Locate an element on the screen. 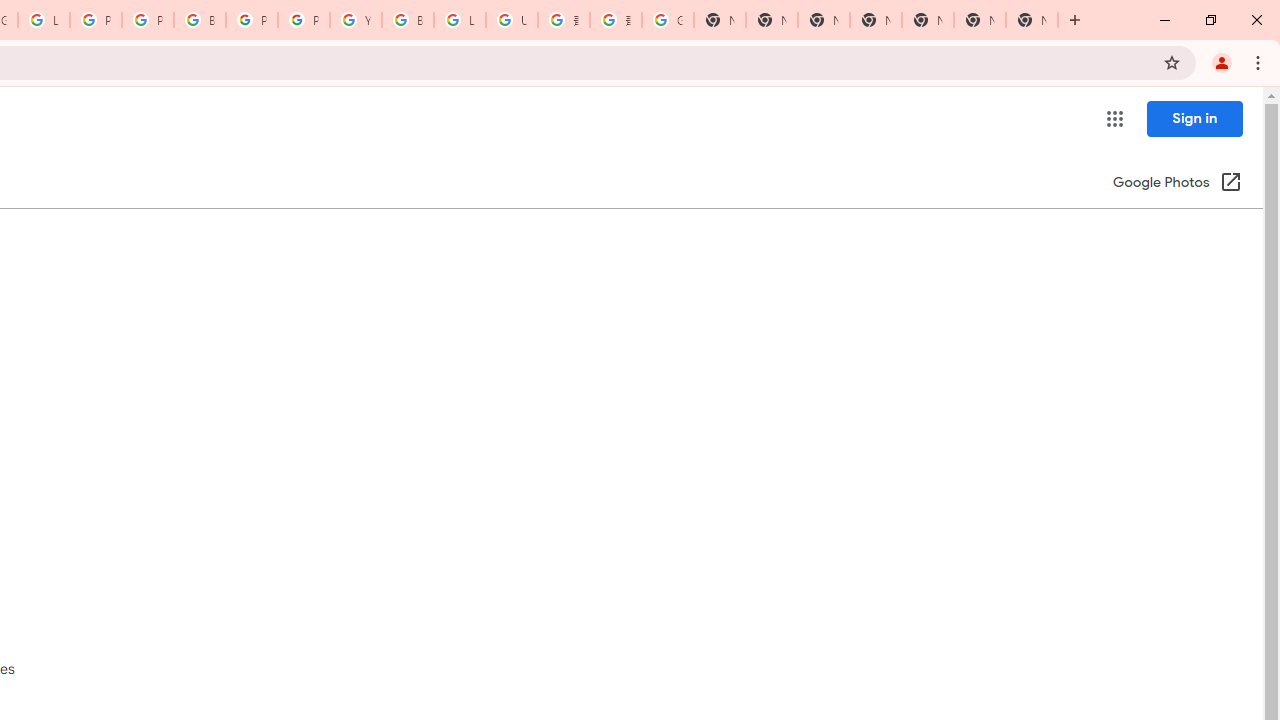  'Google Photos (Open in a new window)' is located at coordinates (1177, 183).